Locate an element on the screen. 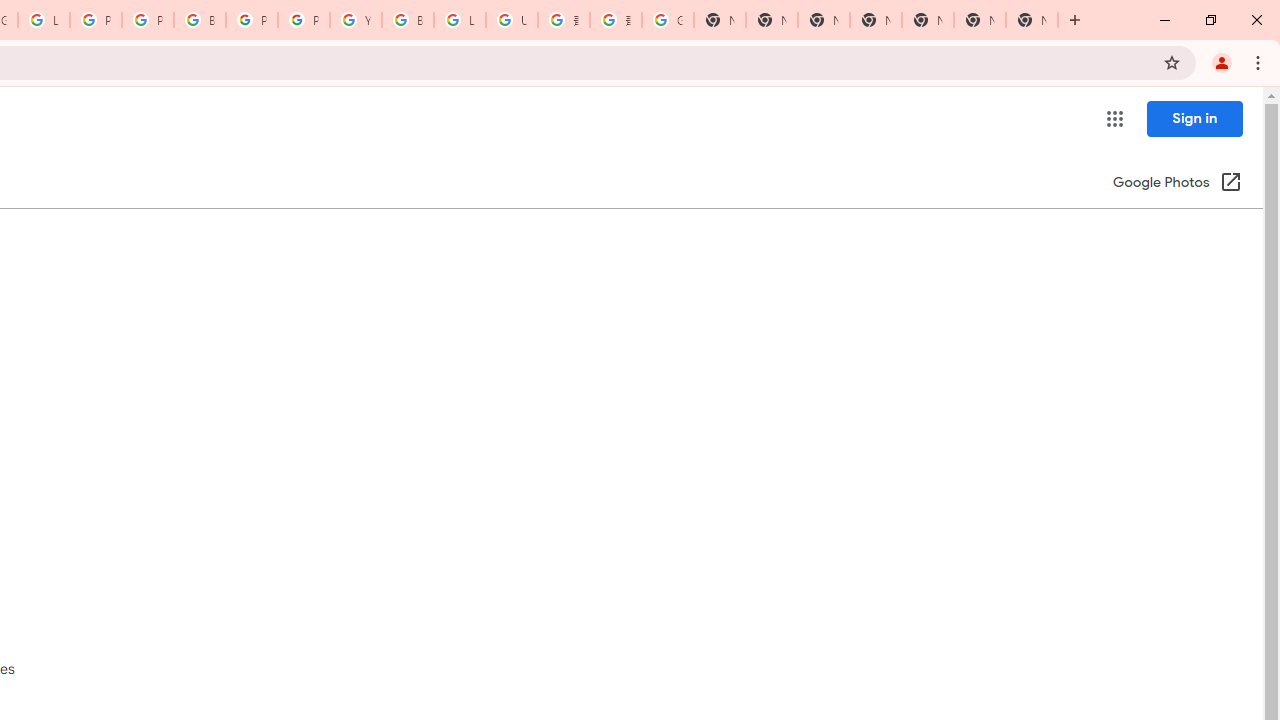  'Google Photos (Open in a new window)' is located at coordinates (1177, 183).